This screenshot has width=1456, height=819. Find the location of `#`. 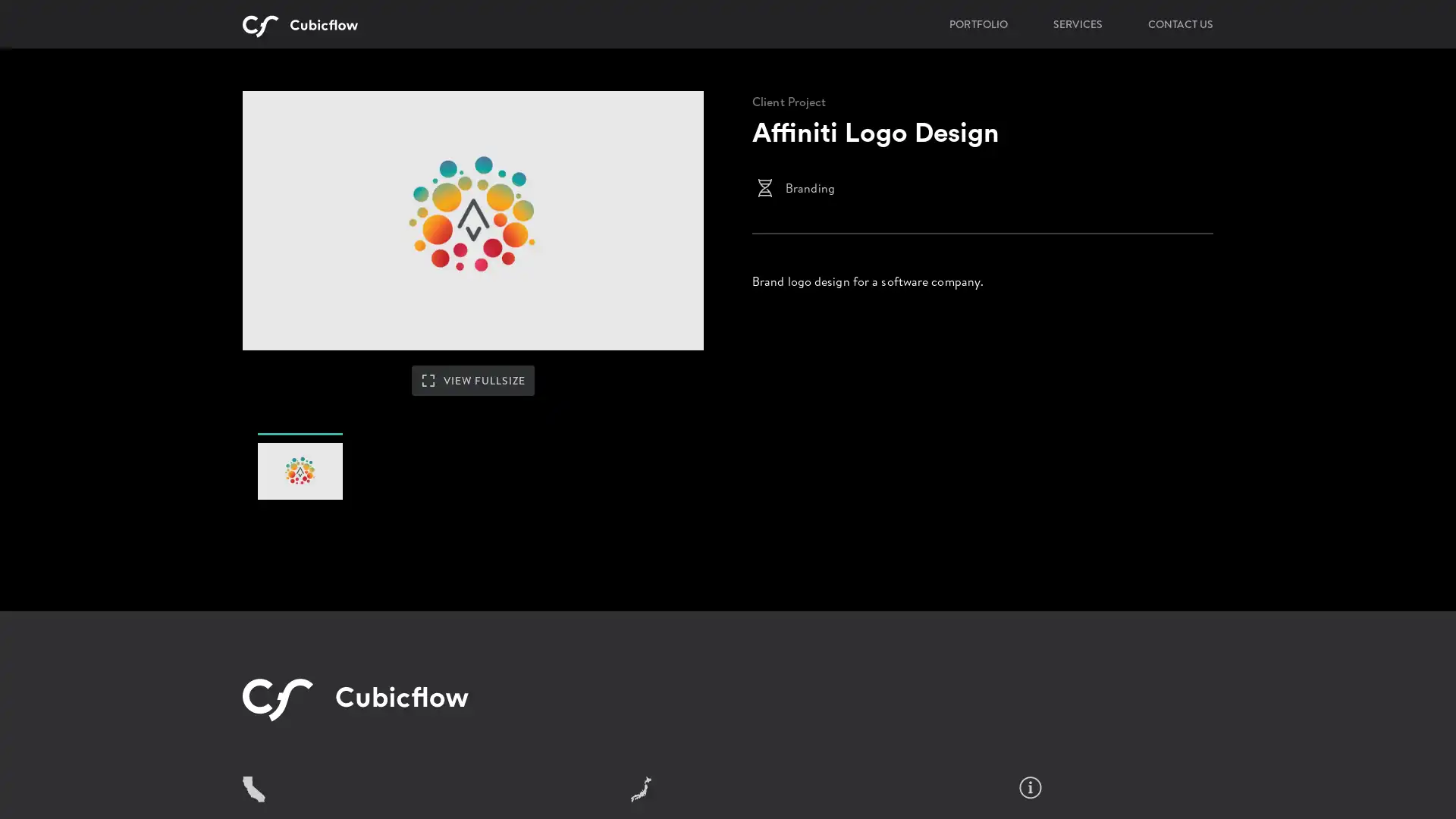

# is located at coordinates (300, 522).